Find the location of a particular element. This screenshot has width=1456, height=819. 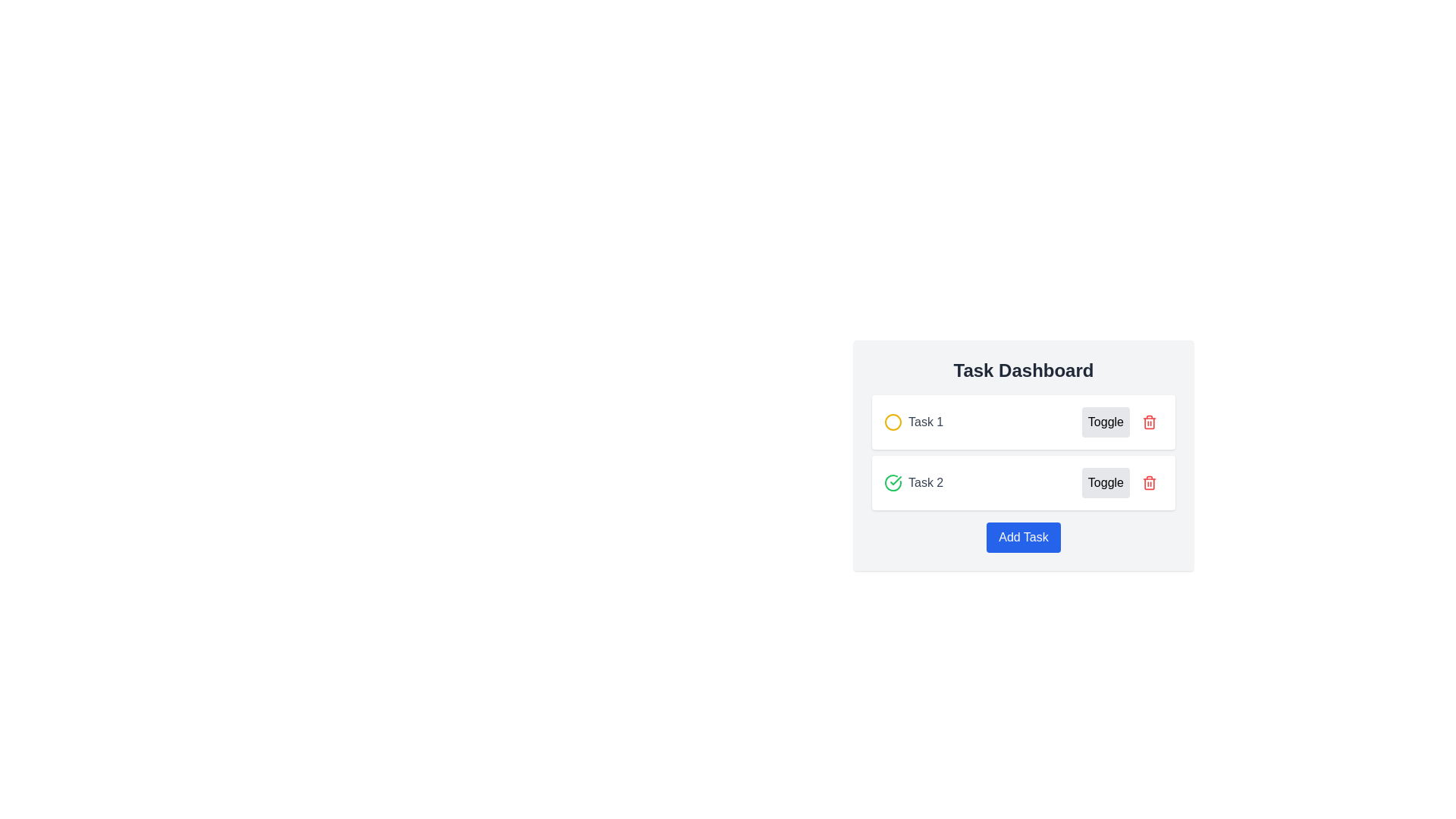

the red trash icon button located adjacent to the 'Toggle' button in the second row of the task list is located at coordinates (1150, 482).